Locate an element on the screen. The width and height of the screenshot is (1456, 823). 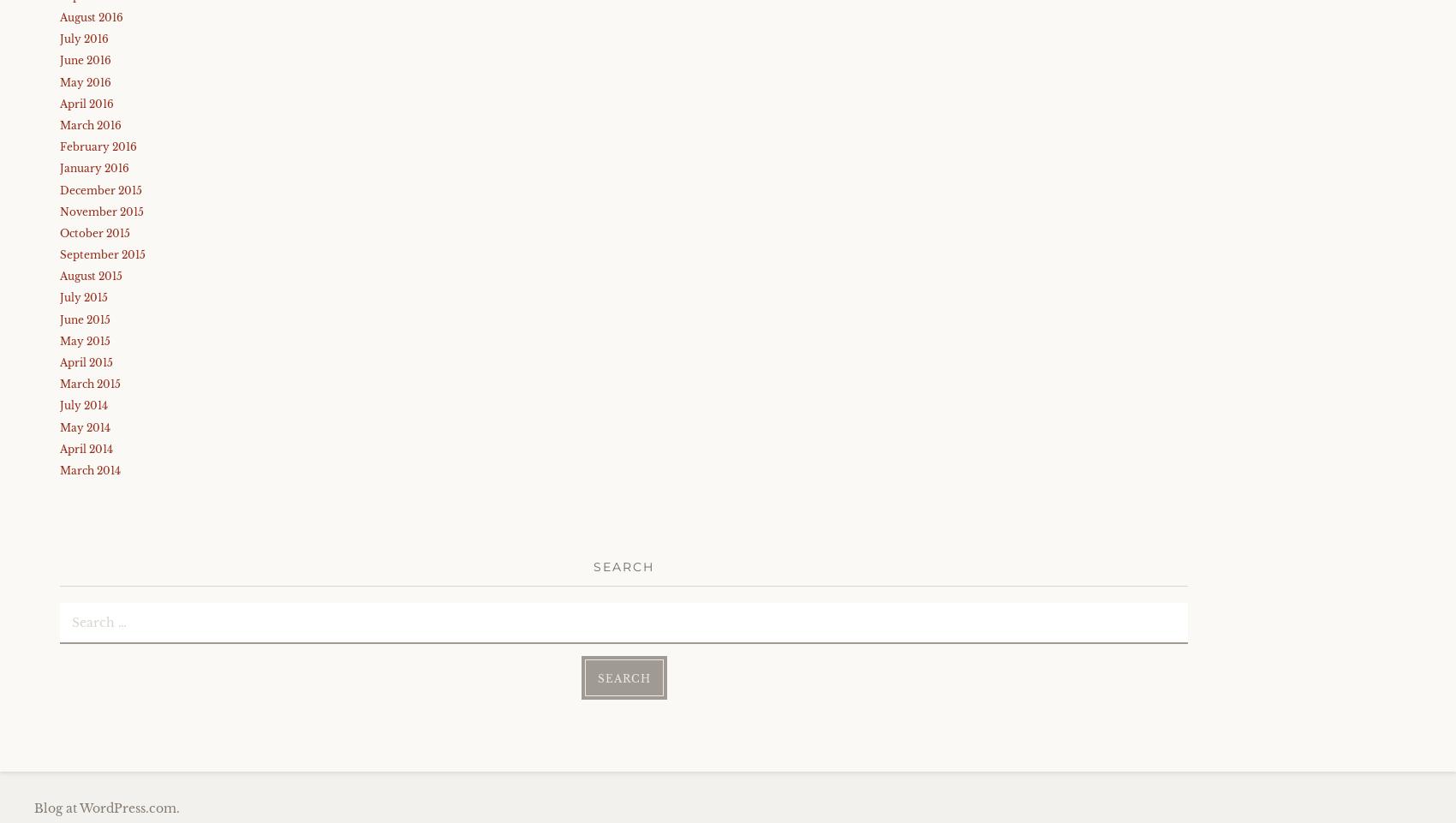
'June 2015' is located at coordinates (85, 318).